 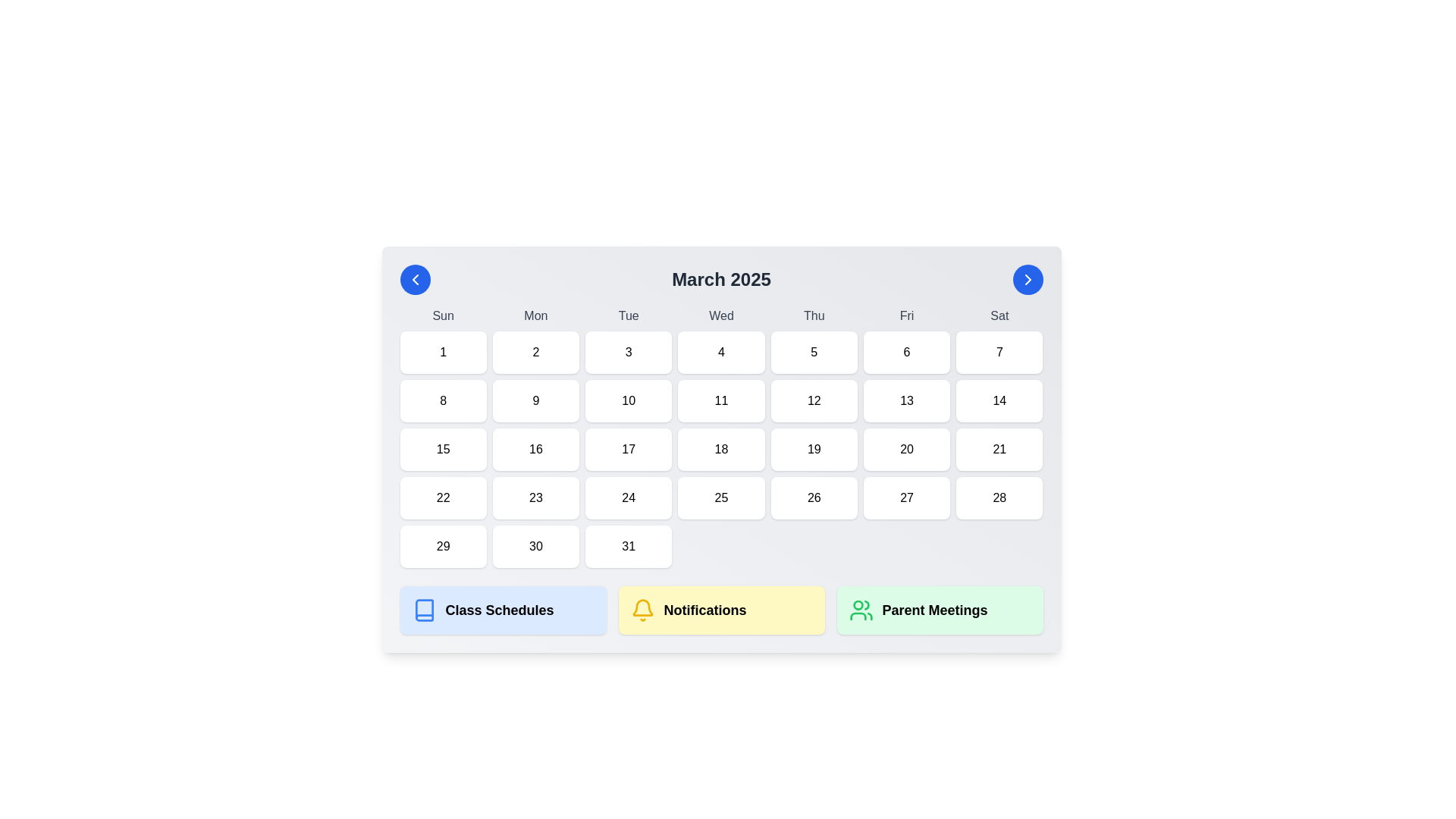 I want to click on to select the date represented by the Date cell in the bottom-left corner of the March 2025 calendar grid under the 'Sun' column, so click(x=442, y=547).